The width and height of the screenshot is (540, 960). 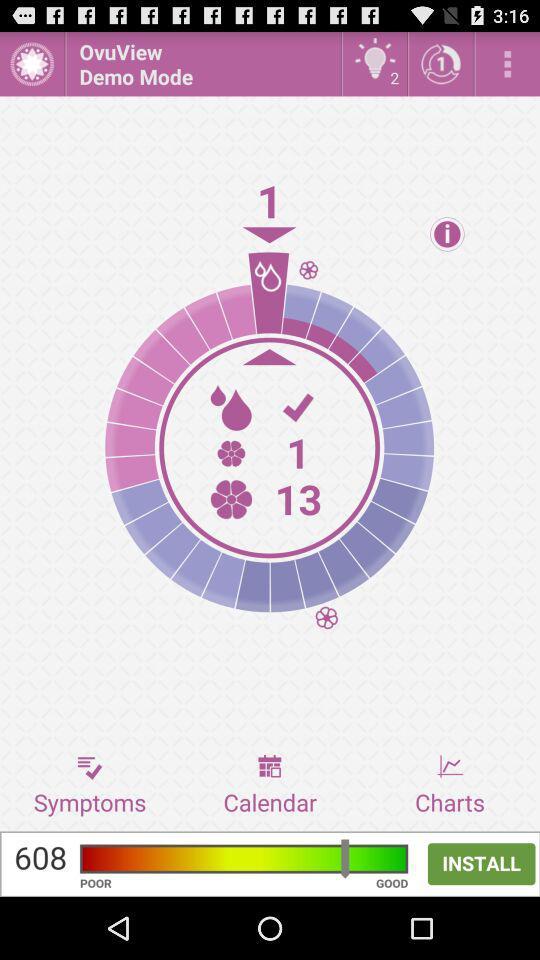 I want to click on install app, so click(x=270, y=863).